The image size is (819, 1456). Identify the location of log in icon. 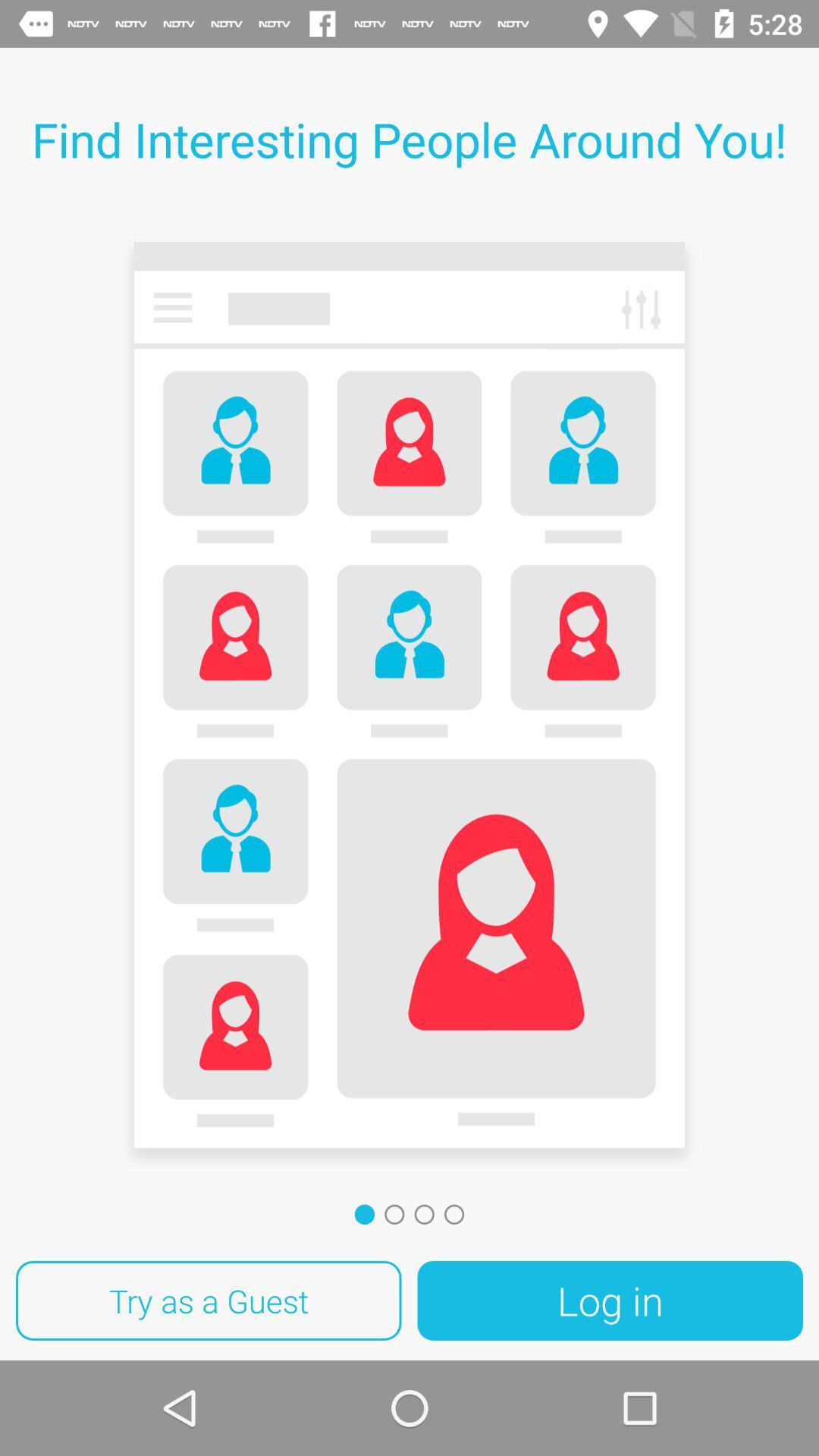
(609, 1300).